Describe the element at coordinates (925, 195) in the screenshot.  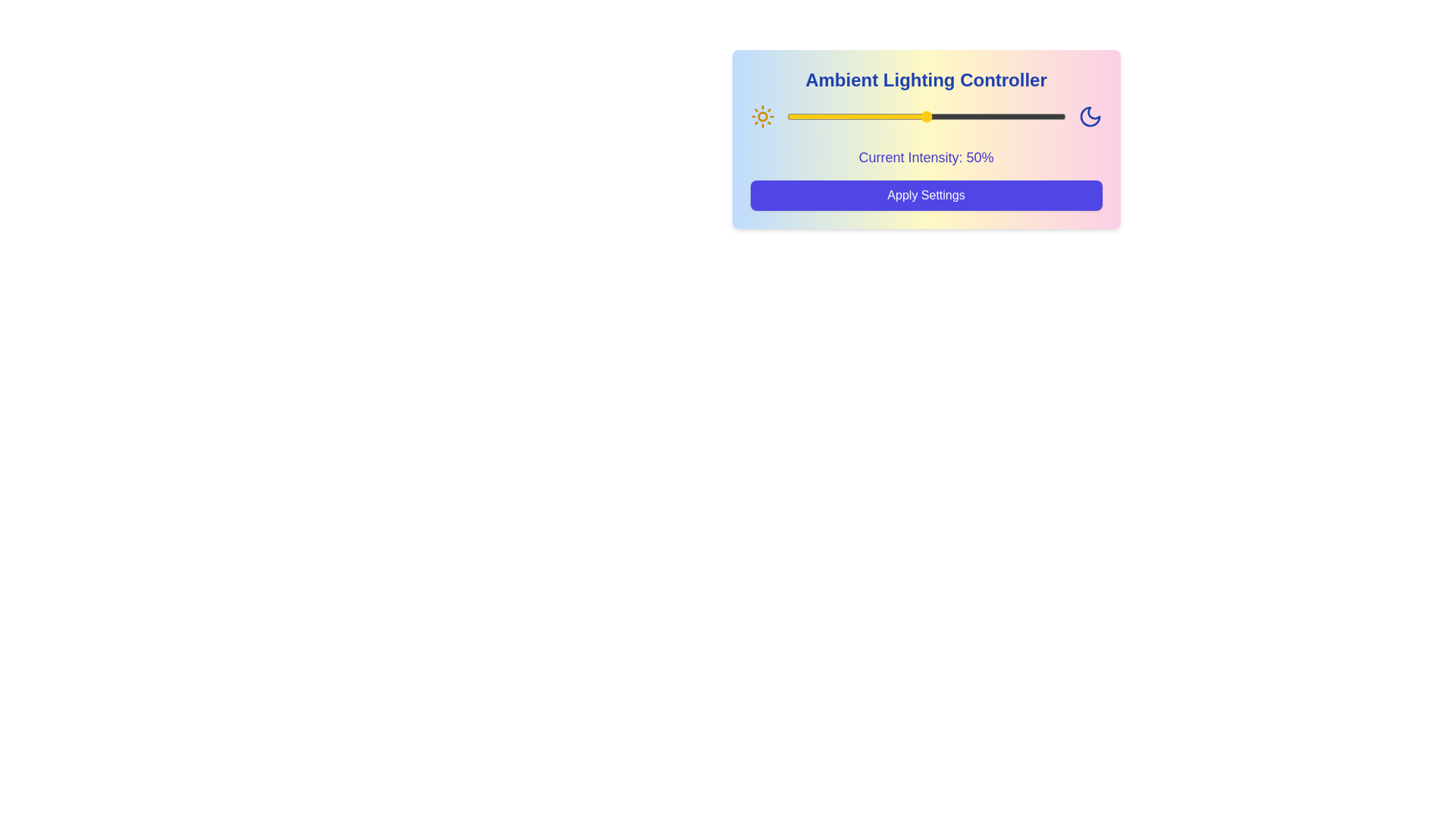
I see `the 'Apply Settings' button` at that location.